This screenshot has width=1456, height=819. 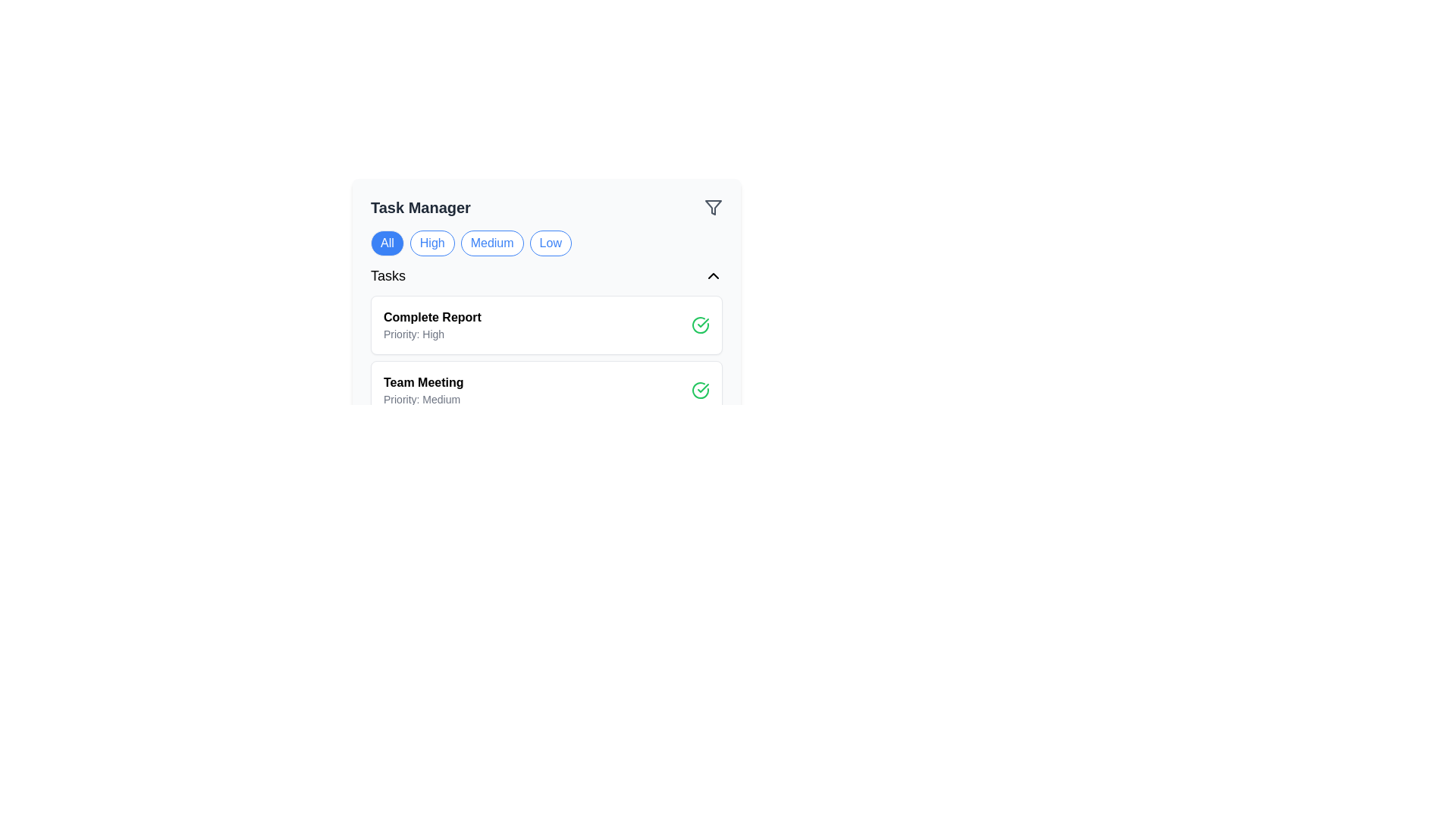 What do you see at coordinates (546, 357) in the screenshot?
I see `a task card within the 'Task Manager' section` at bounding box center [546, 357].